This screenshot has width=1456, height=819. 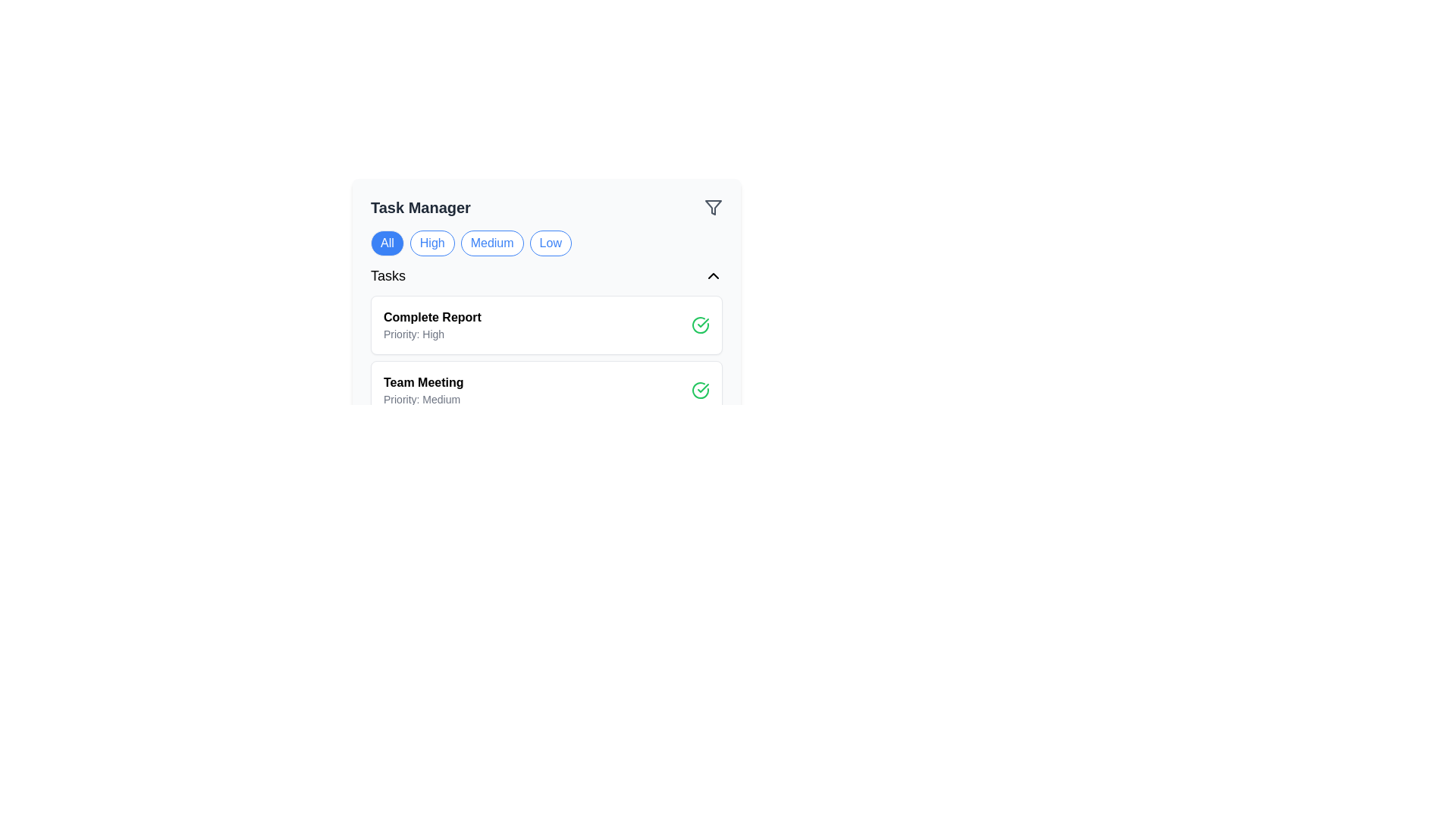 What do you see at coordinates (546, 357) in the screenshot?
I see `a task card within the 'Task Manager' section` at bounding box center [546, 357].